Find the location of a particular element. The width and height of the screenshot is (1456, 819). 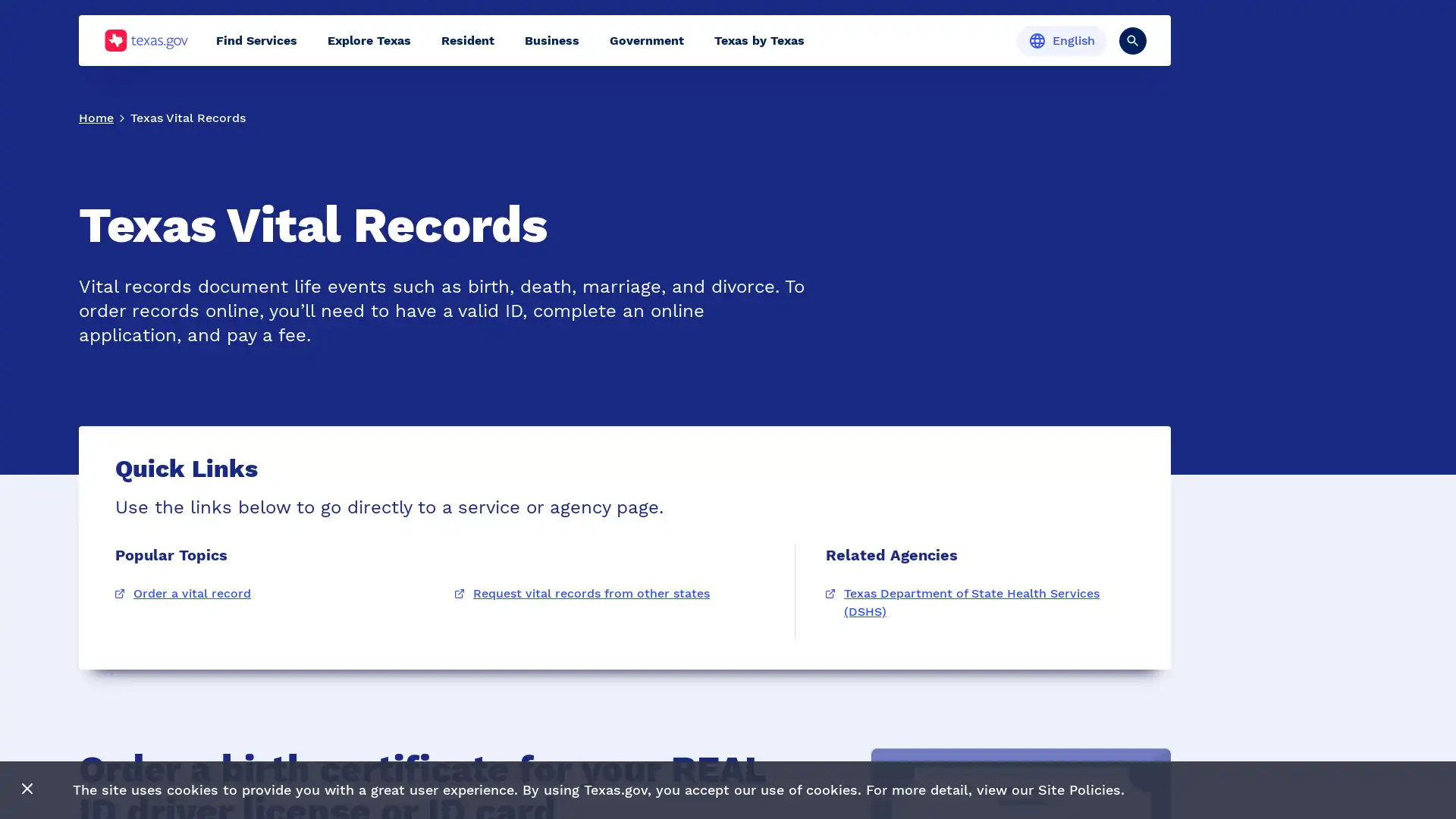

Close is located at coordinates (27, 789).